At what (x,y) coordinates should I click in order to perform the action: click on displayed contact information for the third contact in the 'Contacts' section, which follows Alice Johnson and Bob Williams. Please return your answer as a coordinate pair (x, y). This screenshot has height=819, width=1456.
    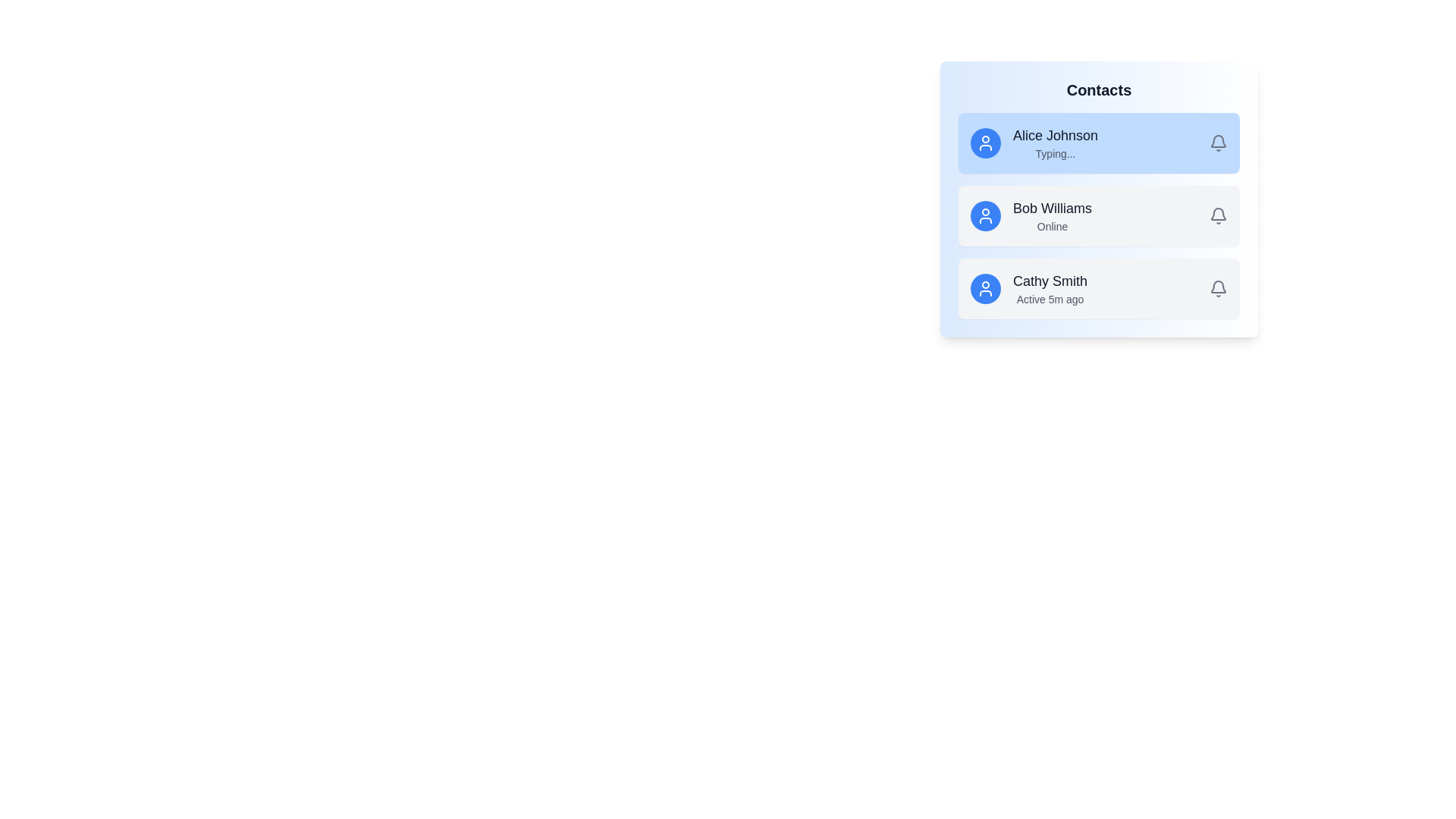
    Looking at the image, I should click on (1050, 289).